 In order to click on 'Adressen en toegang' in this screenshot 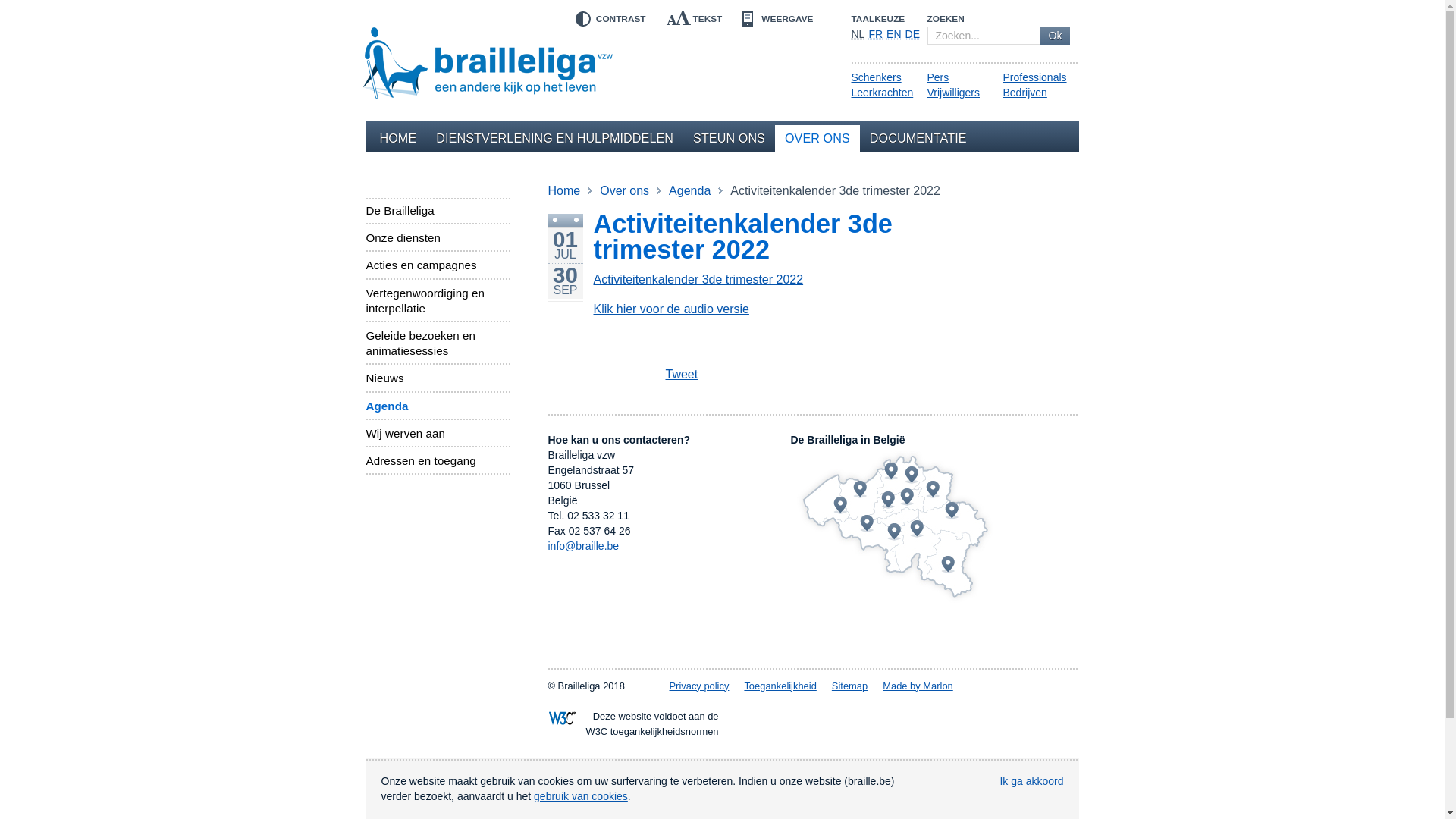, I will do `click(365, 460)`.